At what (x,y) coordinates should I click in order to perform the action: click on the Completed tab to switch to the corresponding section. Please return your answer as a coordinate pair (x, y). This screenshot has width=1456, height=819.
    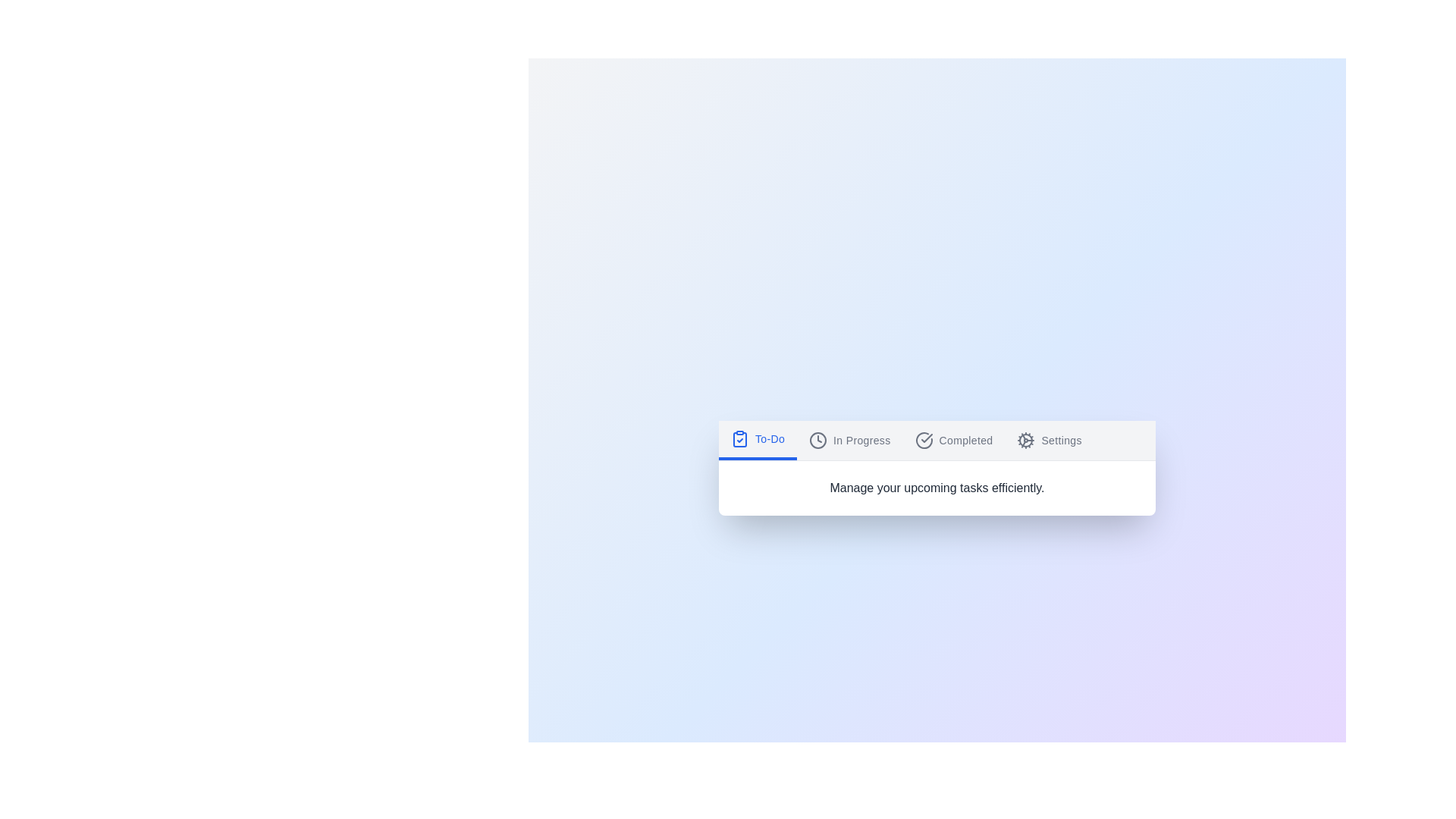
    Looking at the image, I should click on (952, 440).